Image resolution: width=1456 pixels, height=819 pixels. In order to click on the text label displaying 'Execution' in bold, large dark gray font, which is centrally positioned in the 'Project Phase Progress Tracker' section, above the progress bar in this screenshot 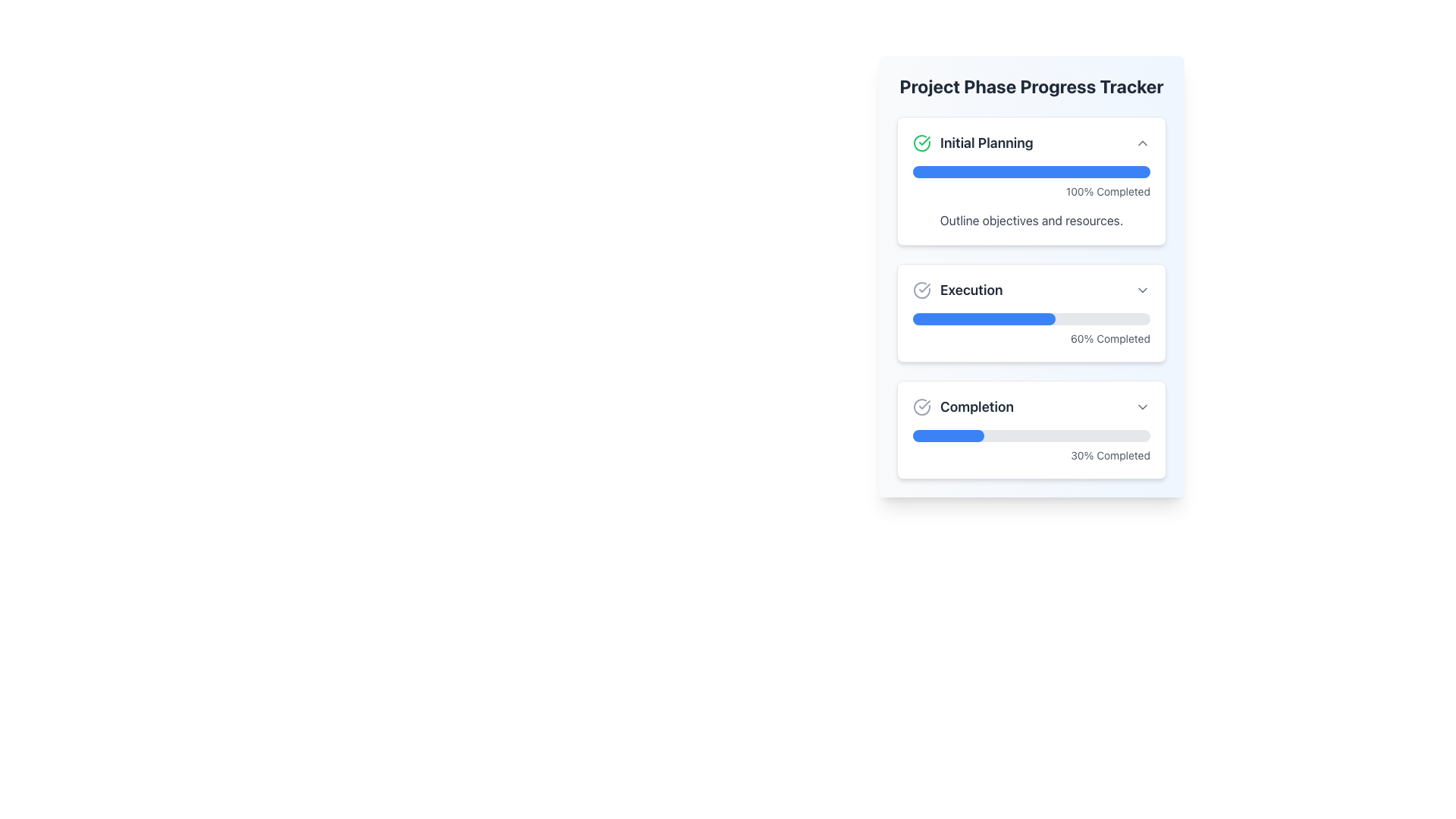, I will do `click(971, 290)`.